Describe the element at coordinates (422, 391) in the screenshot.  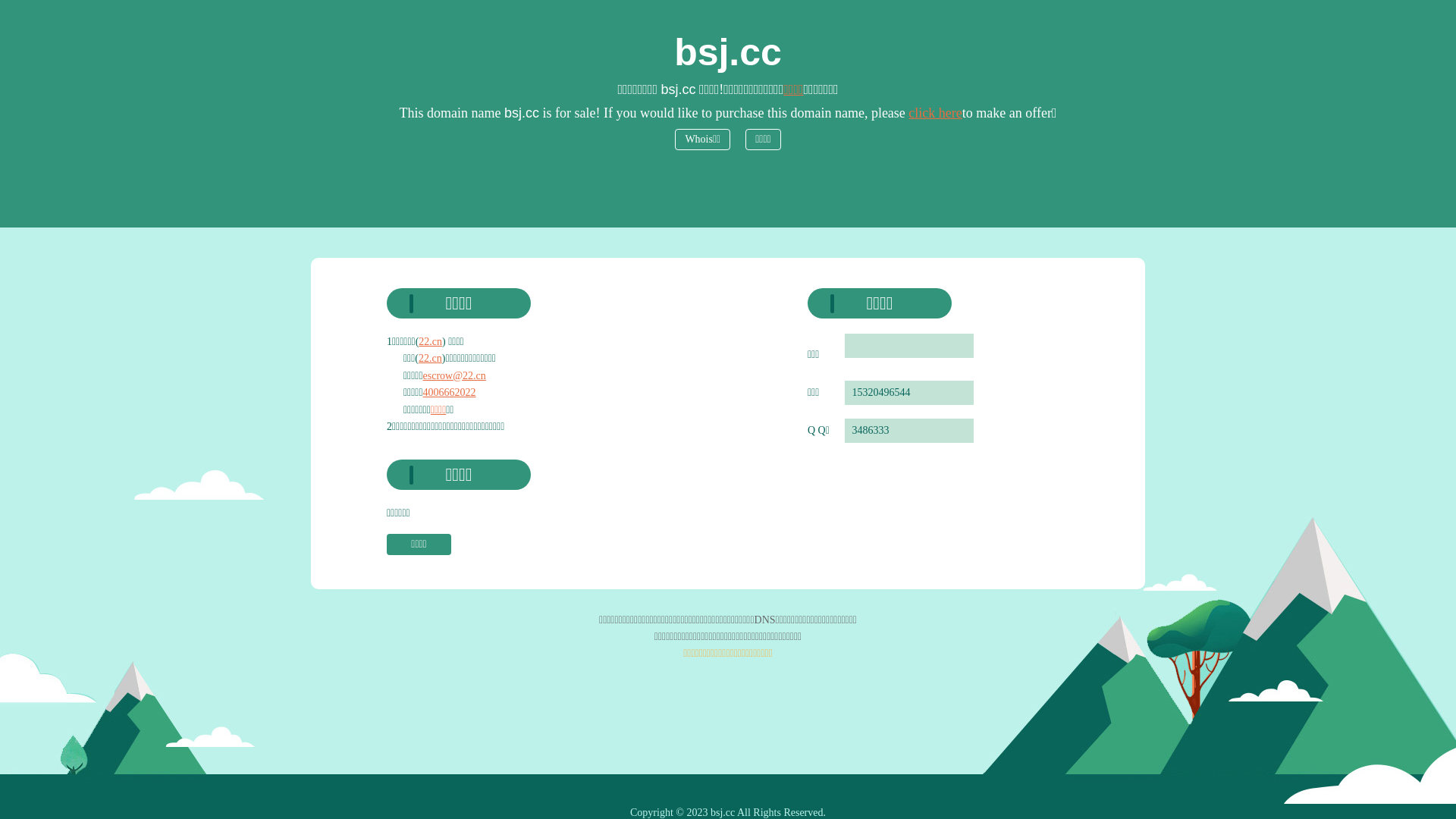
I see `'4006662022'` at that location.